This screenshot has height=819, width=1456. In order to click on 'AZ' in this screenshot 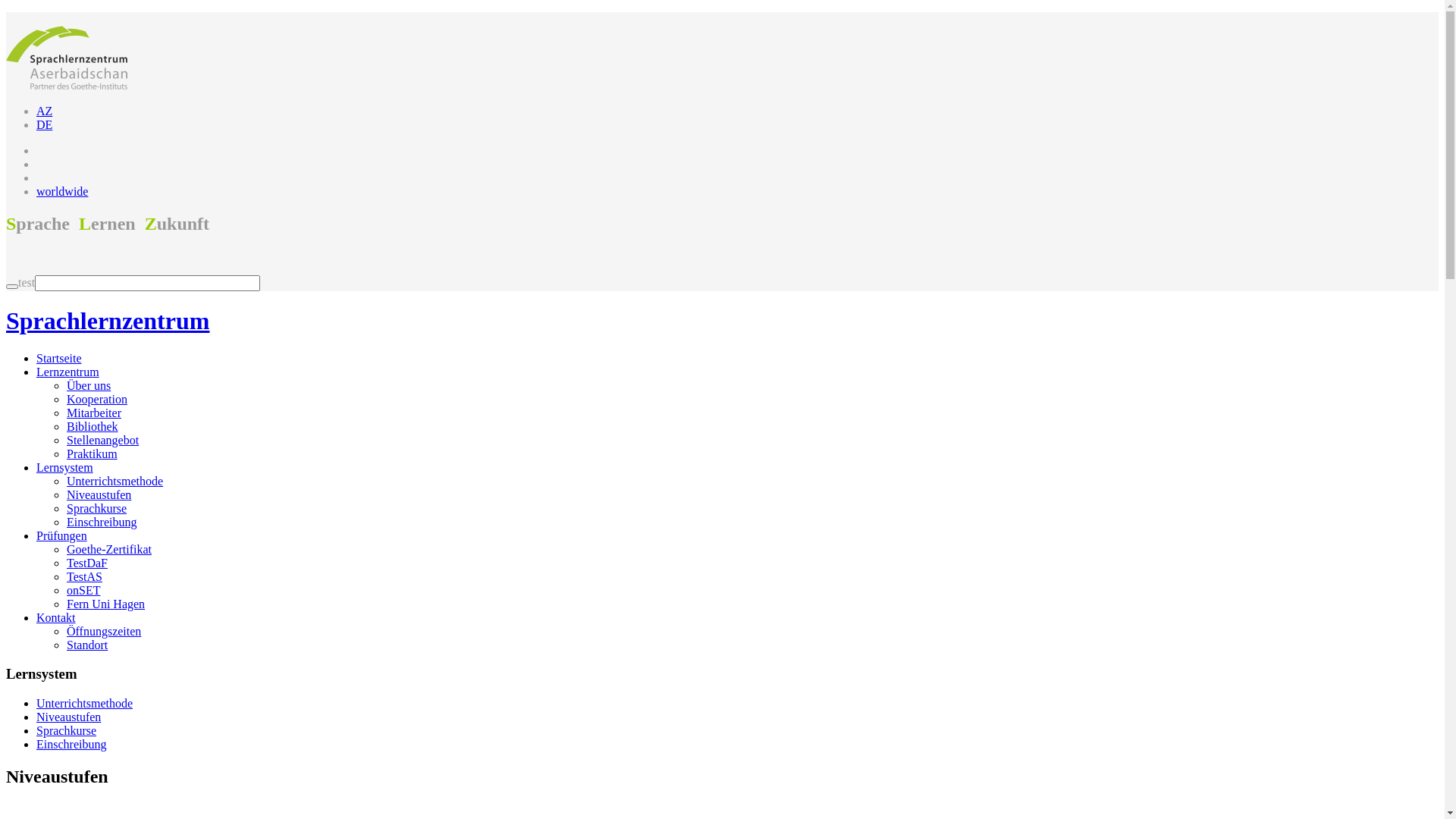, I will do `click(44, 110)`.